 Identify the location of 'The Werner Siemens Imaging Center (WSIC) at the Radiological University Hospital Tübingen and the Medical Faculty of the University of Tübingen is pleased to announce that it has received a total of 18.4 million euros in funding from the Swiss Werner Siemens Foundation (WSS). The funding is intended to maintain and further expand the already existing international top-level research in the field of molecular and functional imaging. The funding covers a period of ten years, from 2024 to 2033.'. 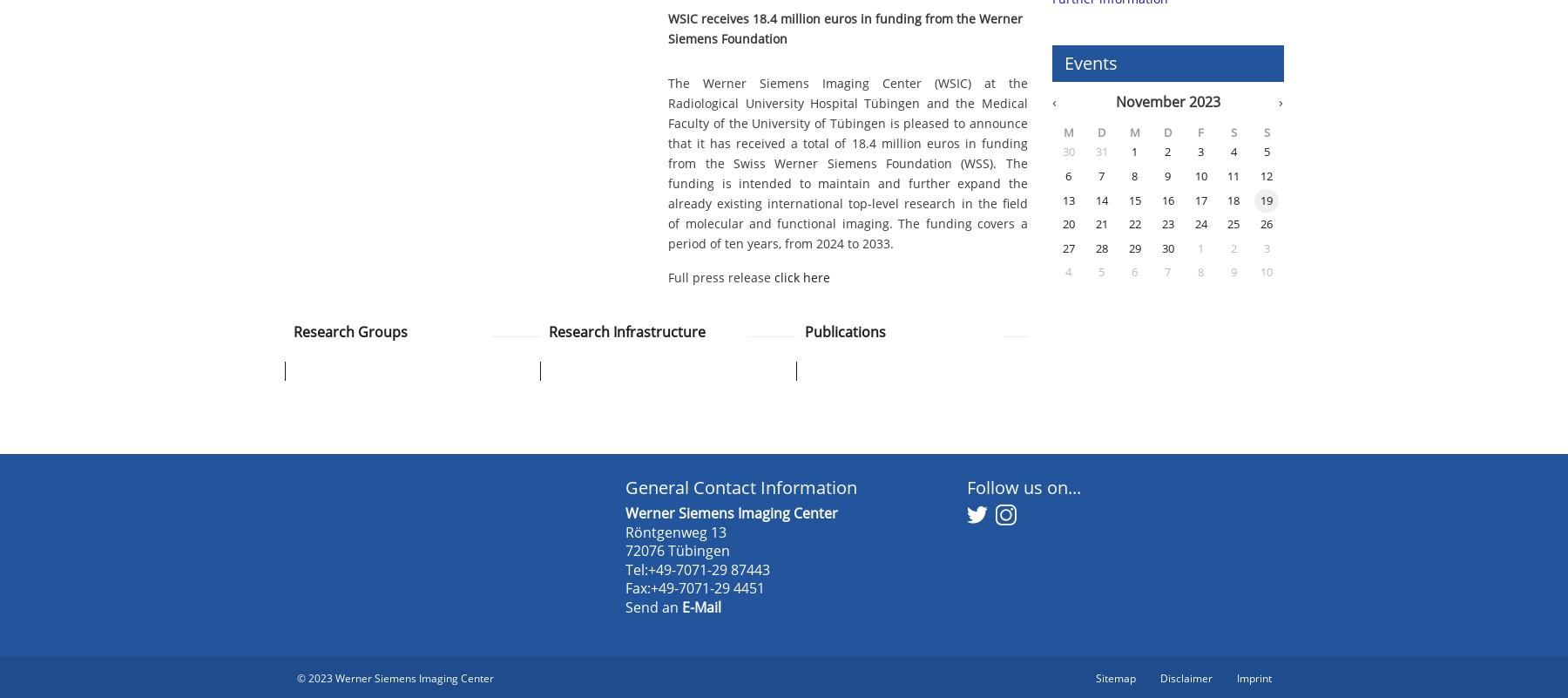
(847, 162).